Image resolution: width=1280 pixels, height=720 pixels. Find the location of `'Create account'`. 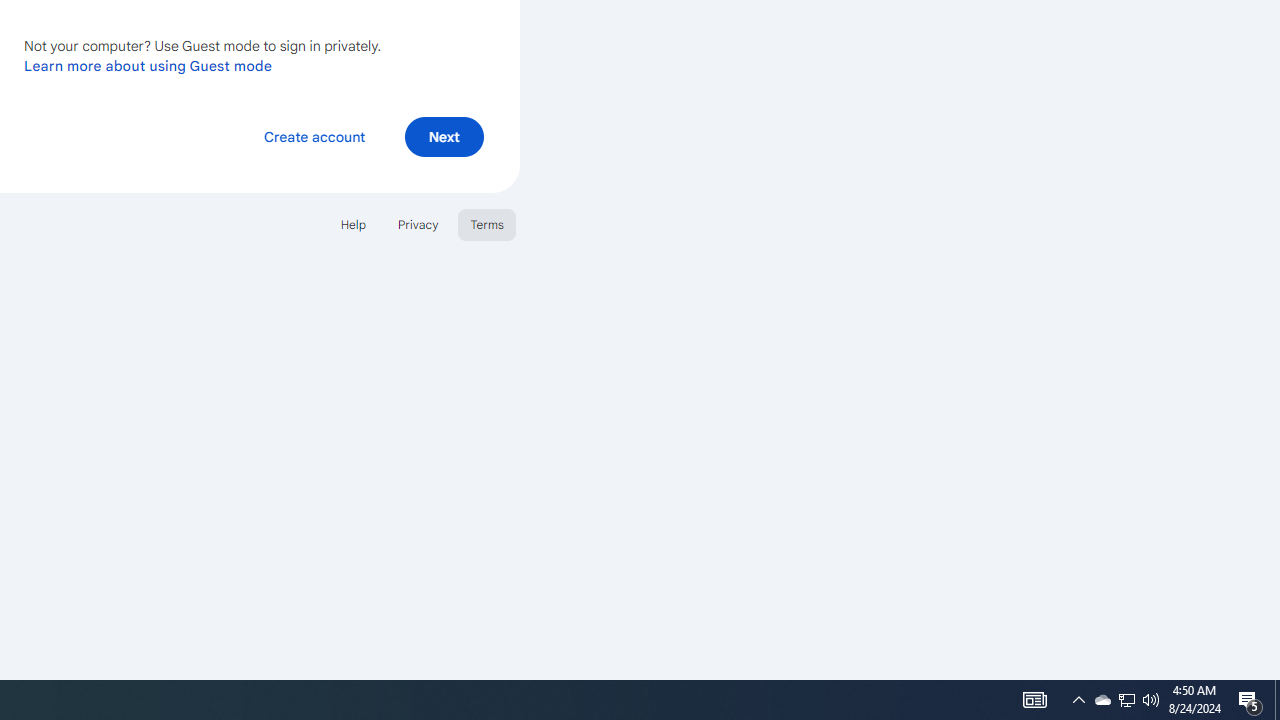

'Create account' is located at coordinates (313, 135).